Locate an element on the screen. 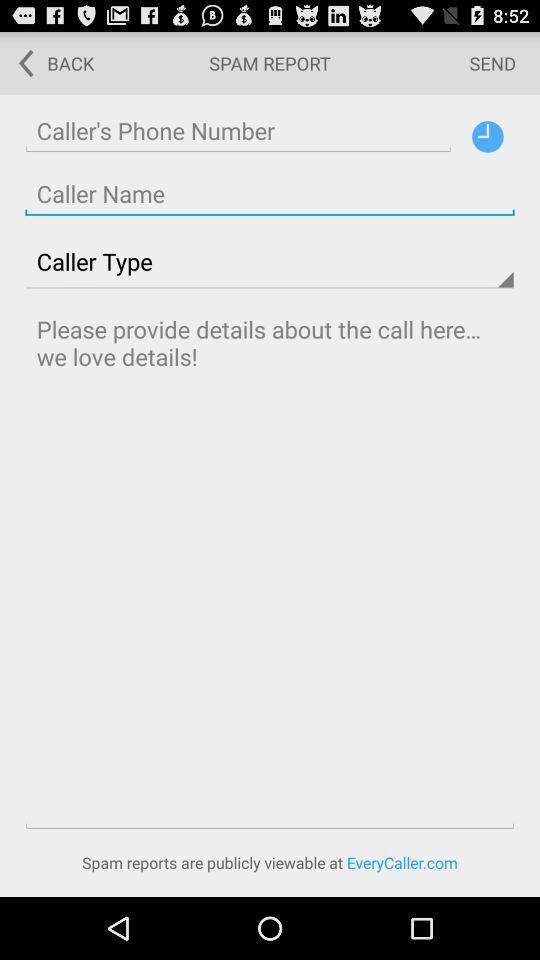  address page is located at coordinates (270, 193).